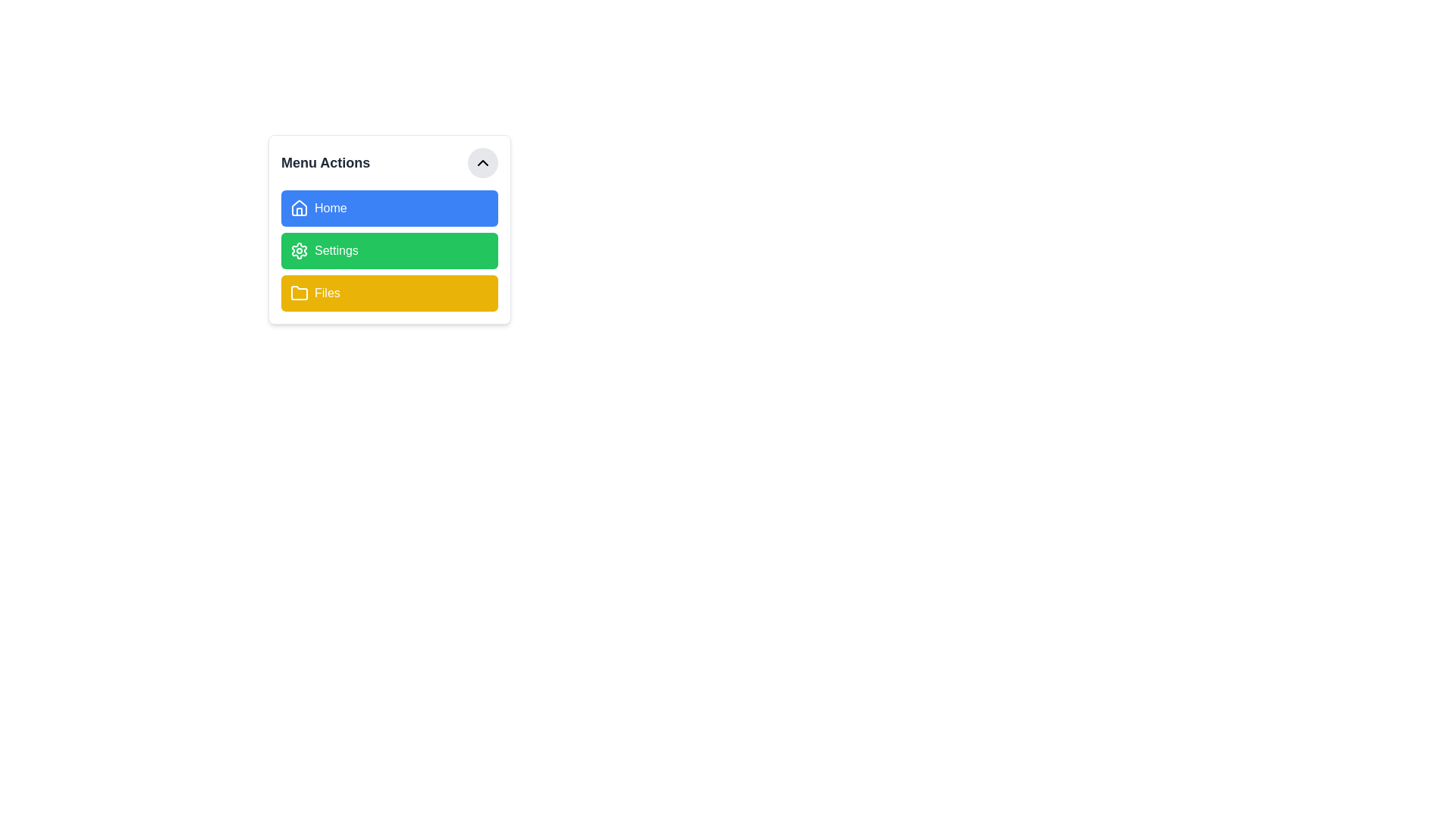 The height and width of the screenshot is (819, 1456). Describe the element at coordinates (482, 163) in the screenshot. I see `the upward-pointing chevron icon located within the rounded button at the top-right corner of the menu group` at that location.